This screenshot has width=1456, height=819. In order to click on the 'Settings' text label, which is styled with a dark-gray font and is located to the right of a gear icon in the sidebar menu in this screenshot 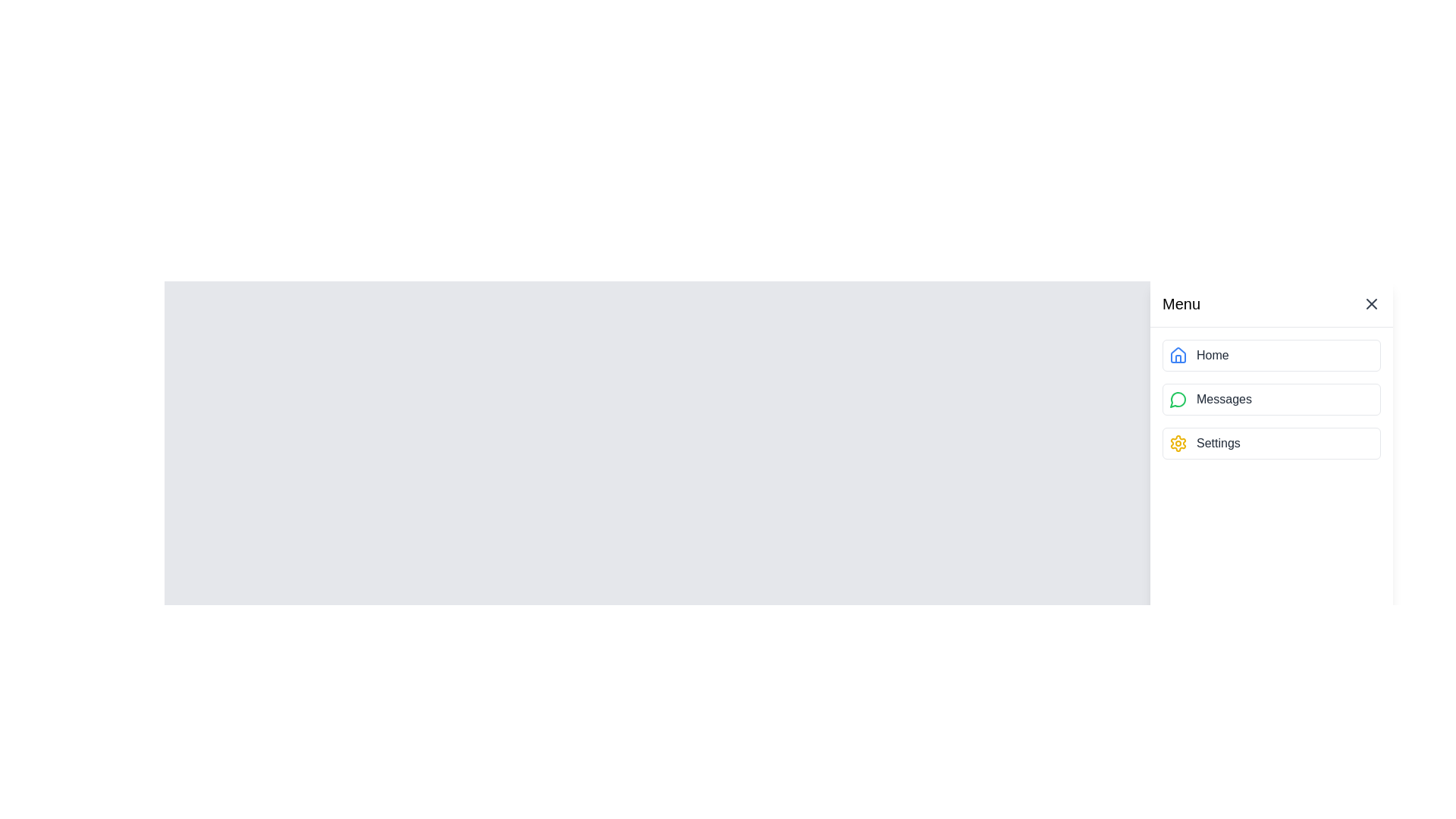, I will do `click(1218, 444)`.